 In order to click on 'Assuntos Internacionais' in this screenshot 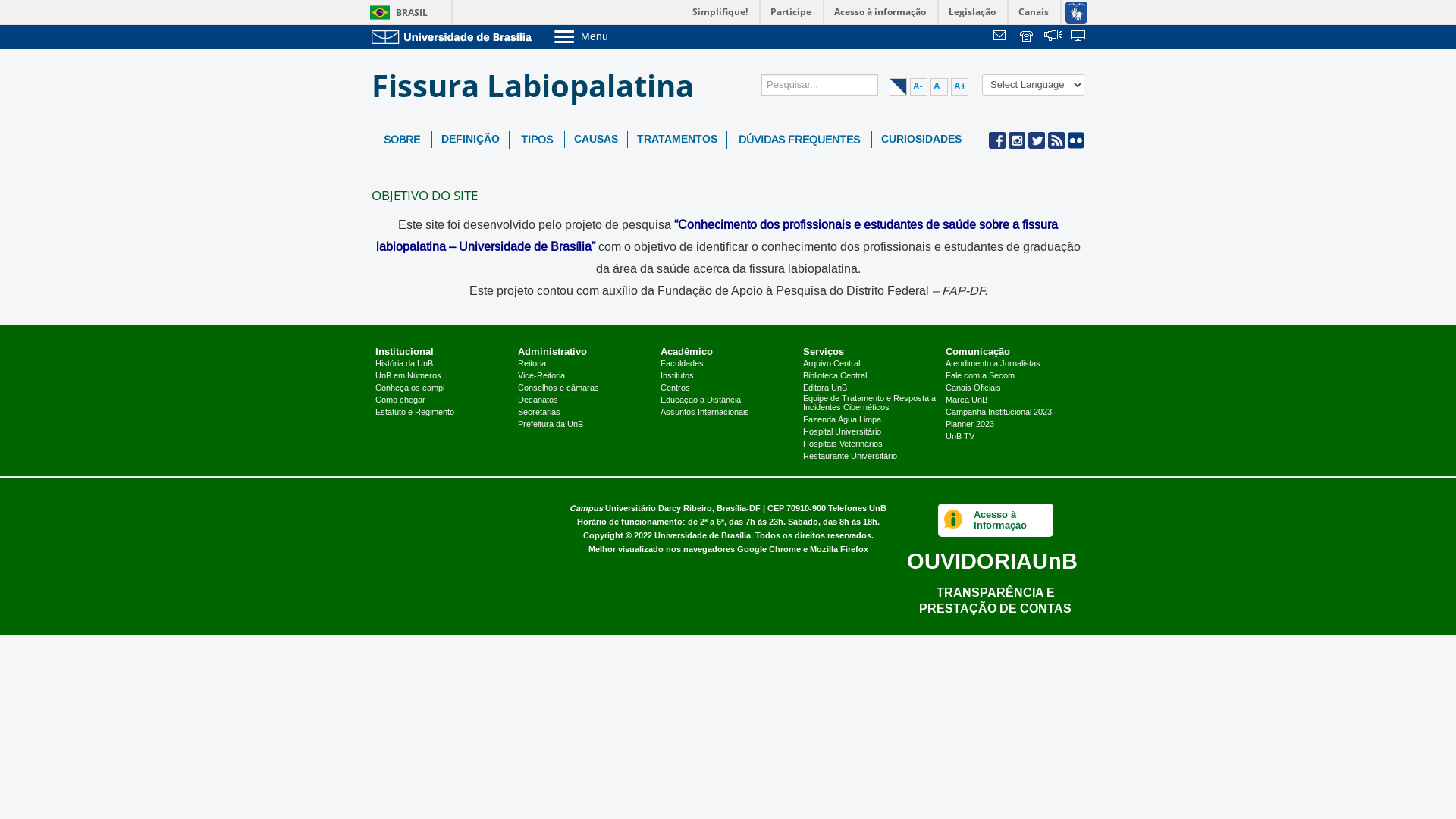, I will do `click(704, 412)`.